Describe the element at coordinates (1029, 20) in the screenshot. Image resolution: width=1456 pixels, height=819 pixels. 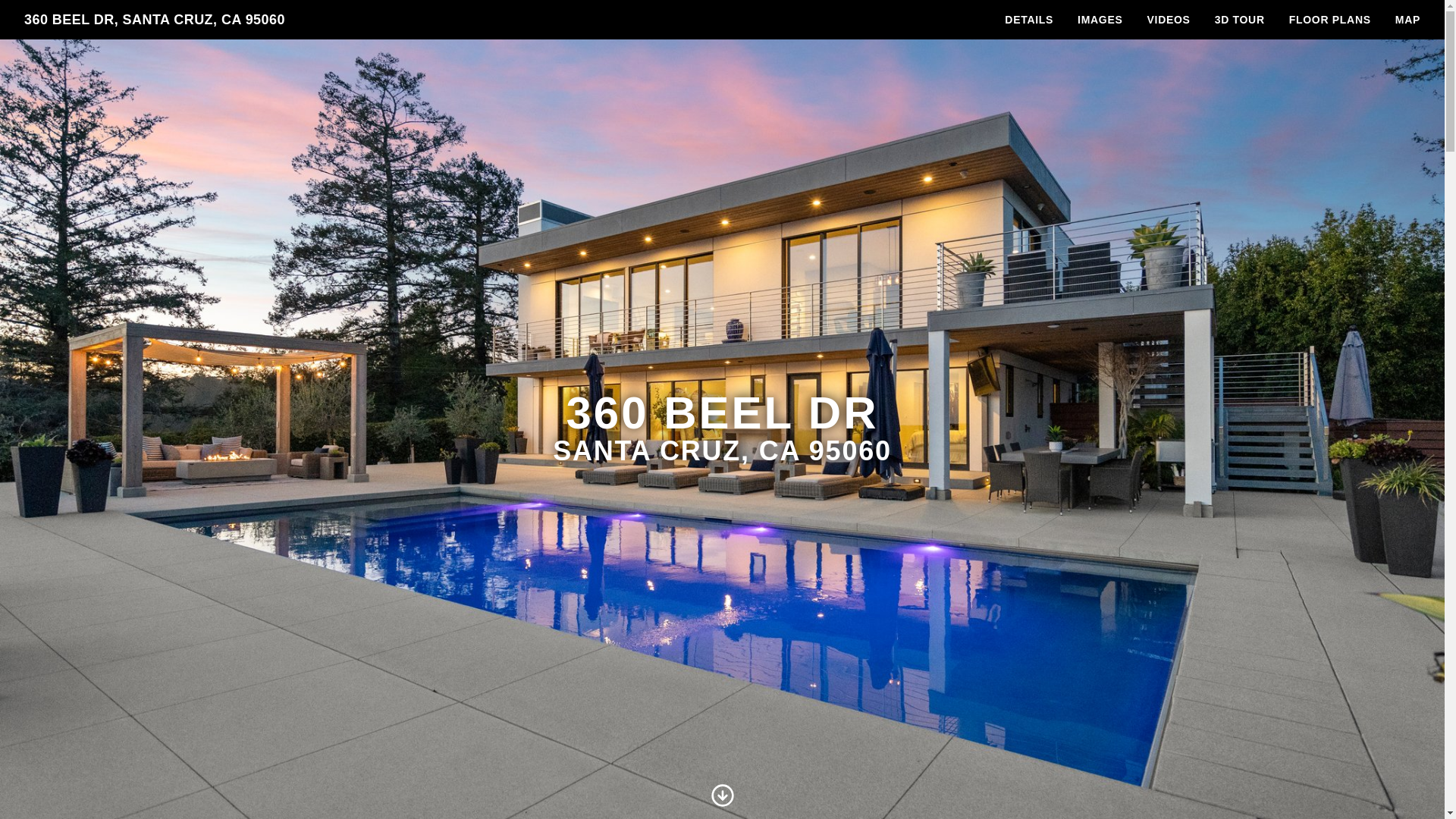
I see `'DETAILS'` at that location.